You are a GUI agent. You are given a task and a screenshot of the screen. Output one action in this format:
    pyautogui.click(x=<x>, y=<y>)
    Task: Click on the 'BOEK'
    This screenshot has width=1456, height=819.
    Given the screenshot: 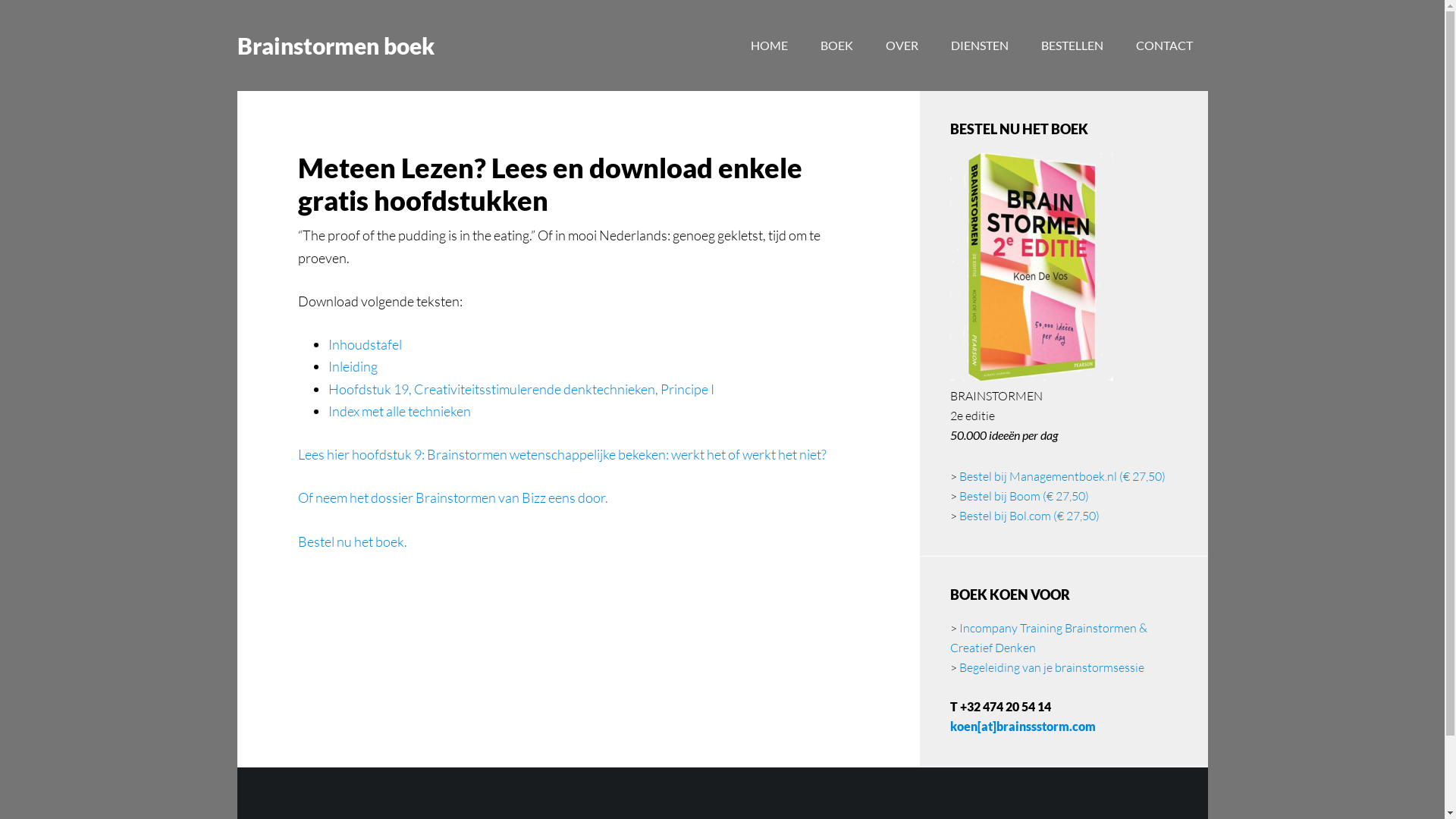 What is the action you would take?
    pyautogui.click(x=836, y=45)
    